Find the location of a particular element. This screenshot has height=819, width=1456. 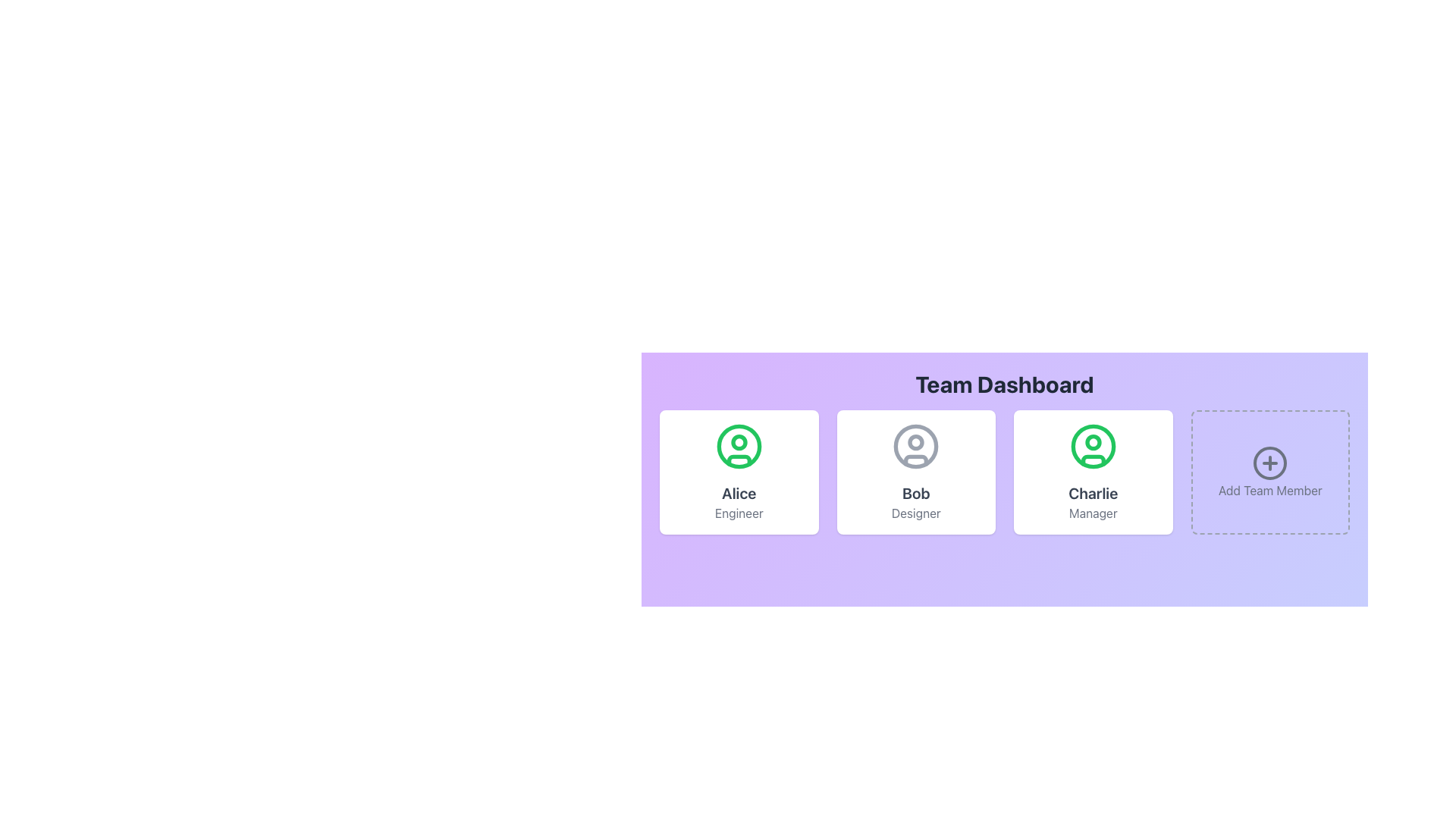

the button in the fourth position of the team members grid is located at coordinates (1270, 472).